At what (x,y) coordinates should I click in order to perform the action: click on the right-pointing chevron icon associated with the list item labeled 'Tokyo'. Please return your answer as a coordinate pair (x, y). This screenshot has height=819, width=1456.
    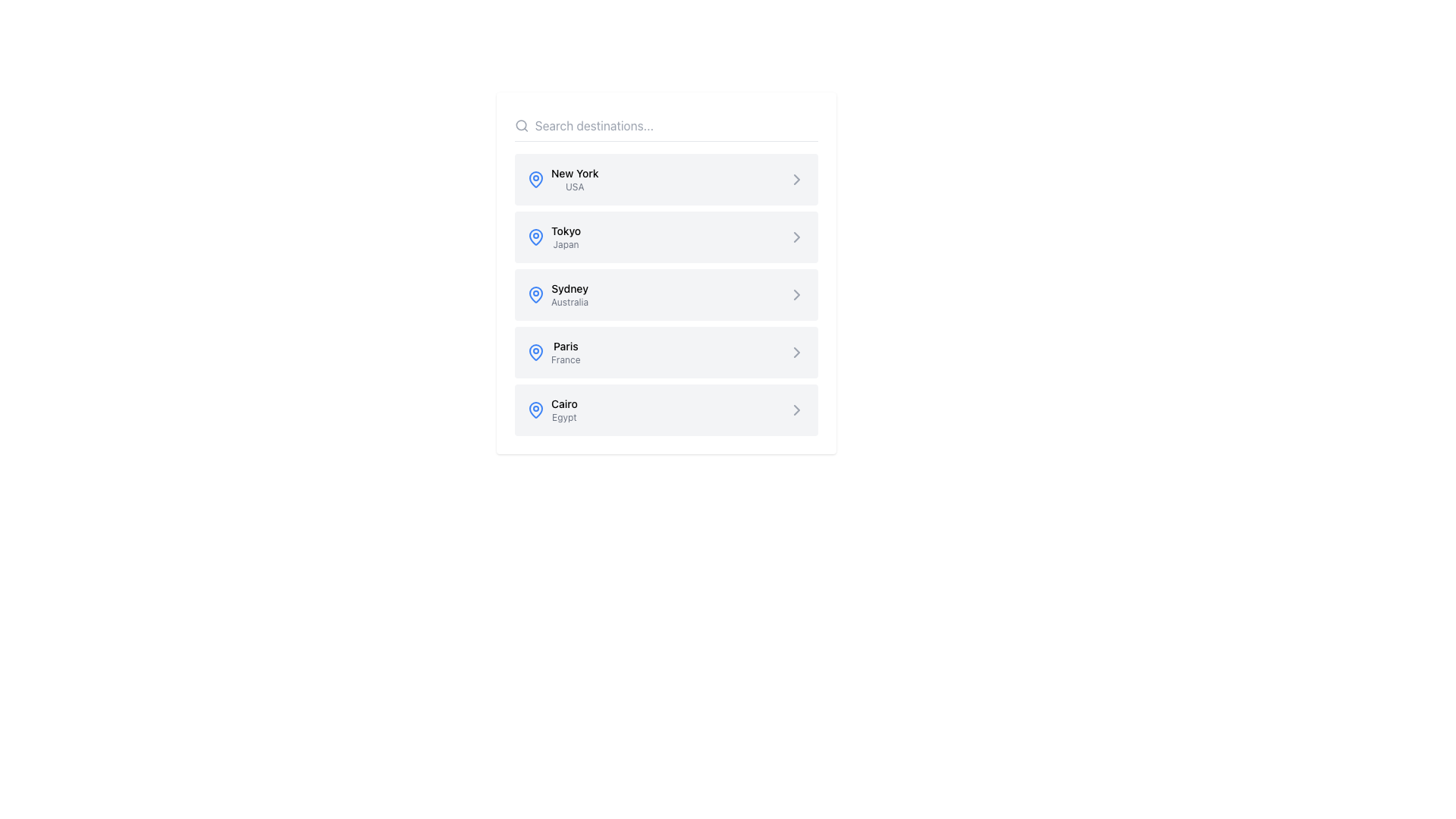
    Looking at the image, I should click on (796, 237).